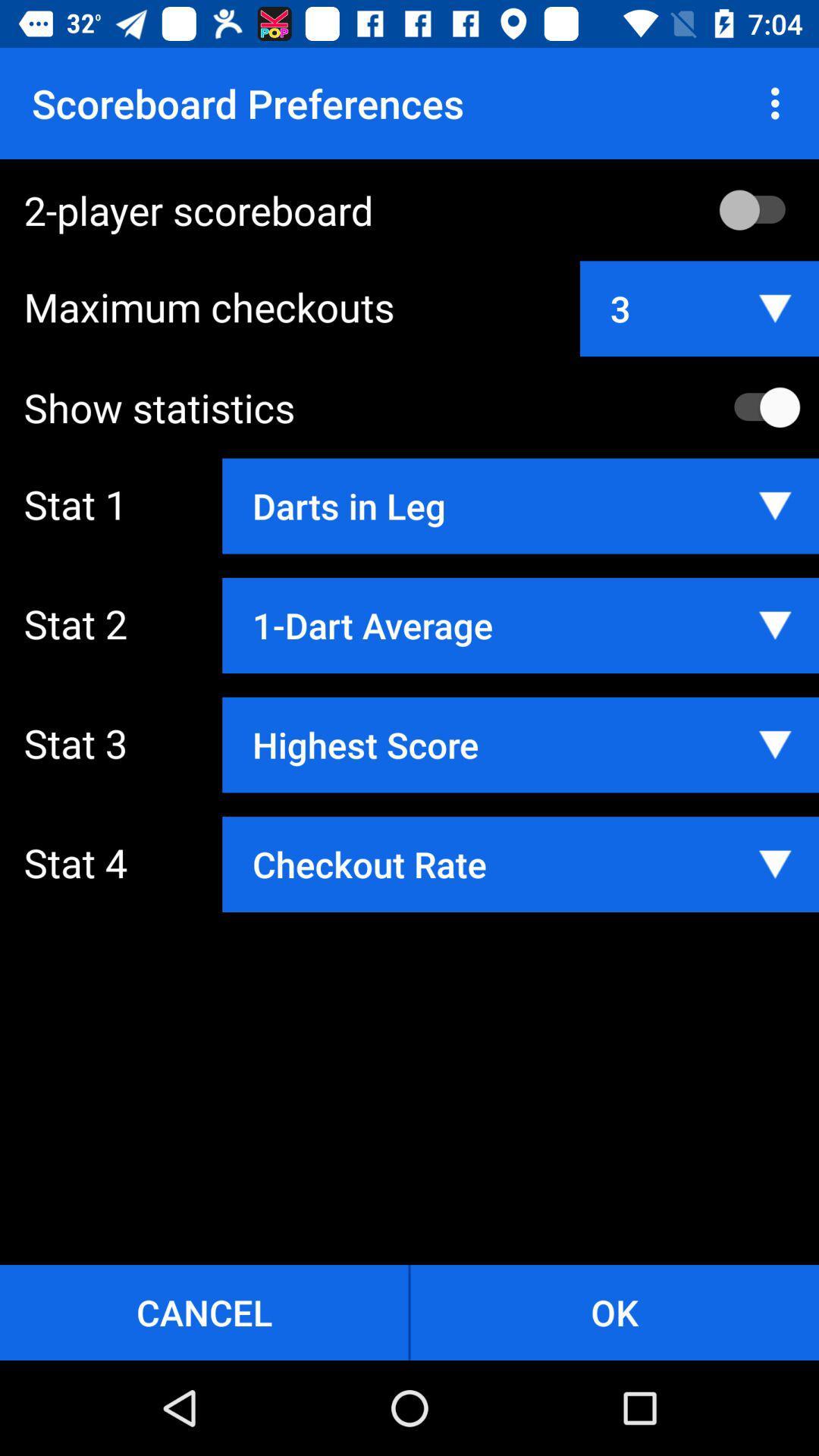 Image resolution: width=819 pixels, height=1456 pixels. I want to click on app next to stat 2 app, so click(519, 626).